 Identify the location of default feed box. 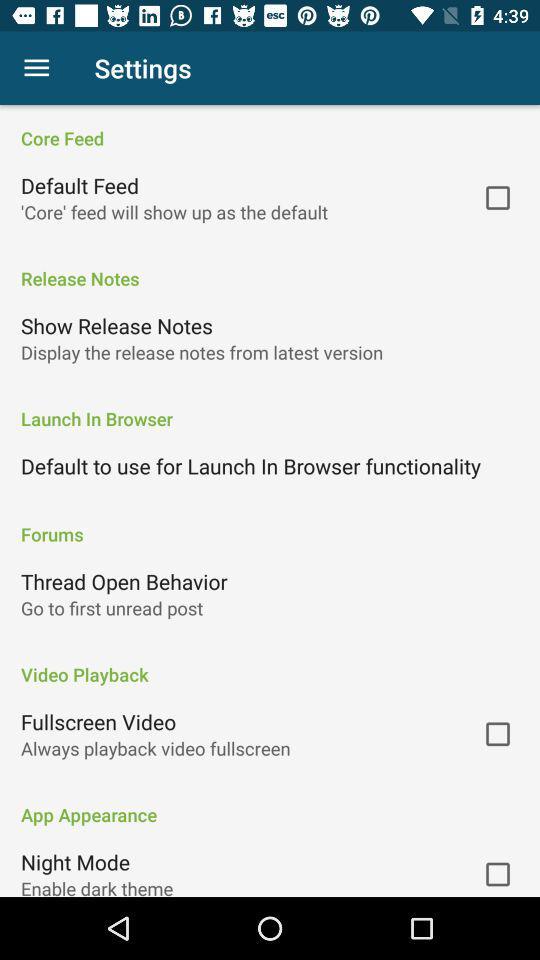
(496, 198).